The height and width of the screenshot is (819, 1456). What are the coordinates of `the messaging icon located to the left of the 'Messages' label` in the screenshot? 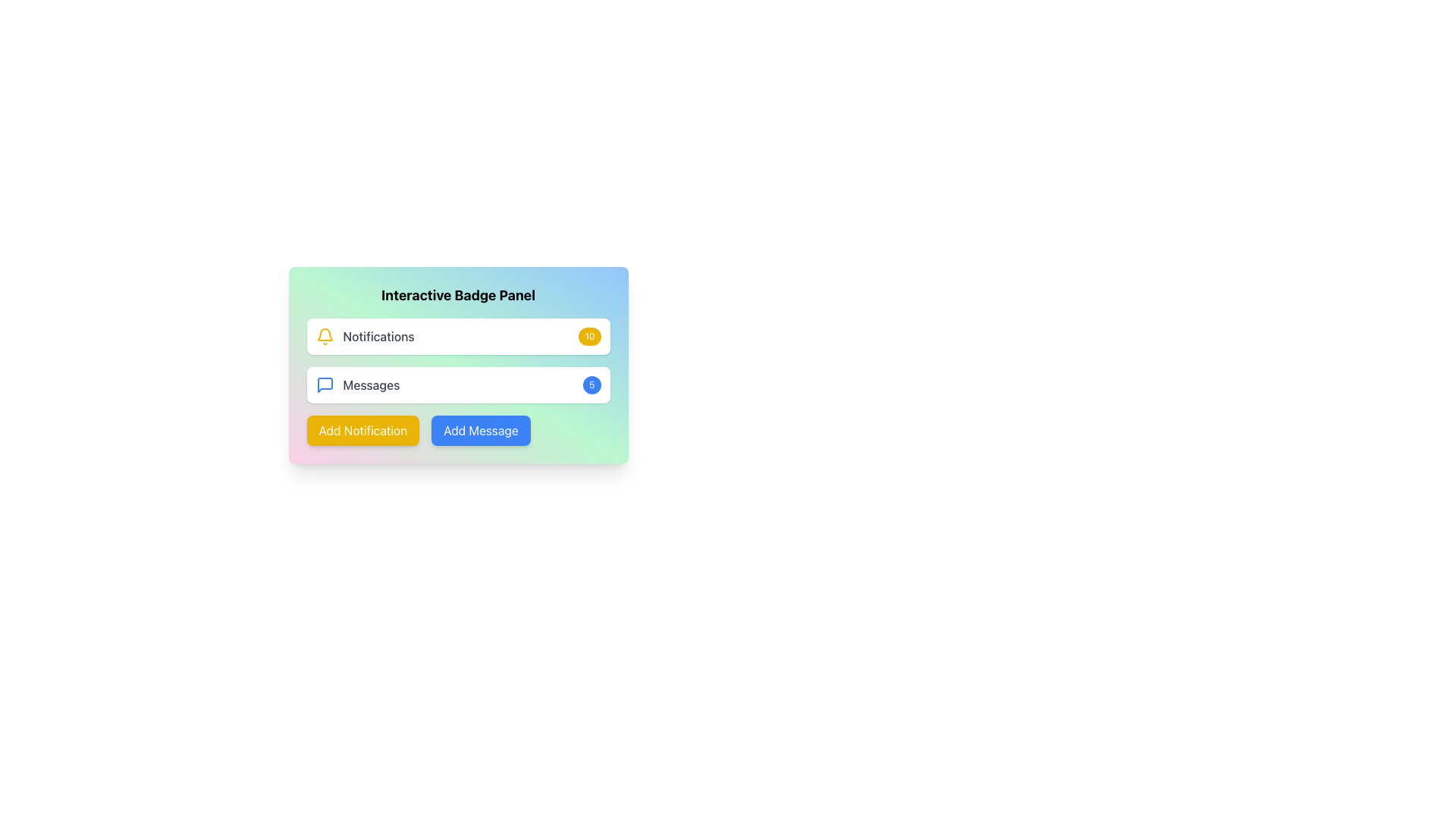 It's located at (324, 384).